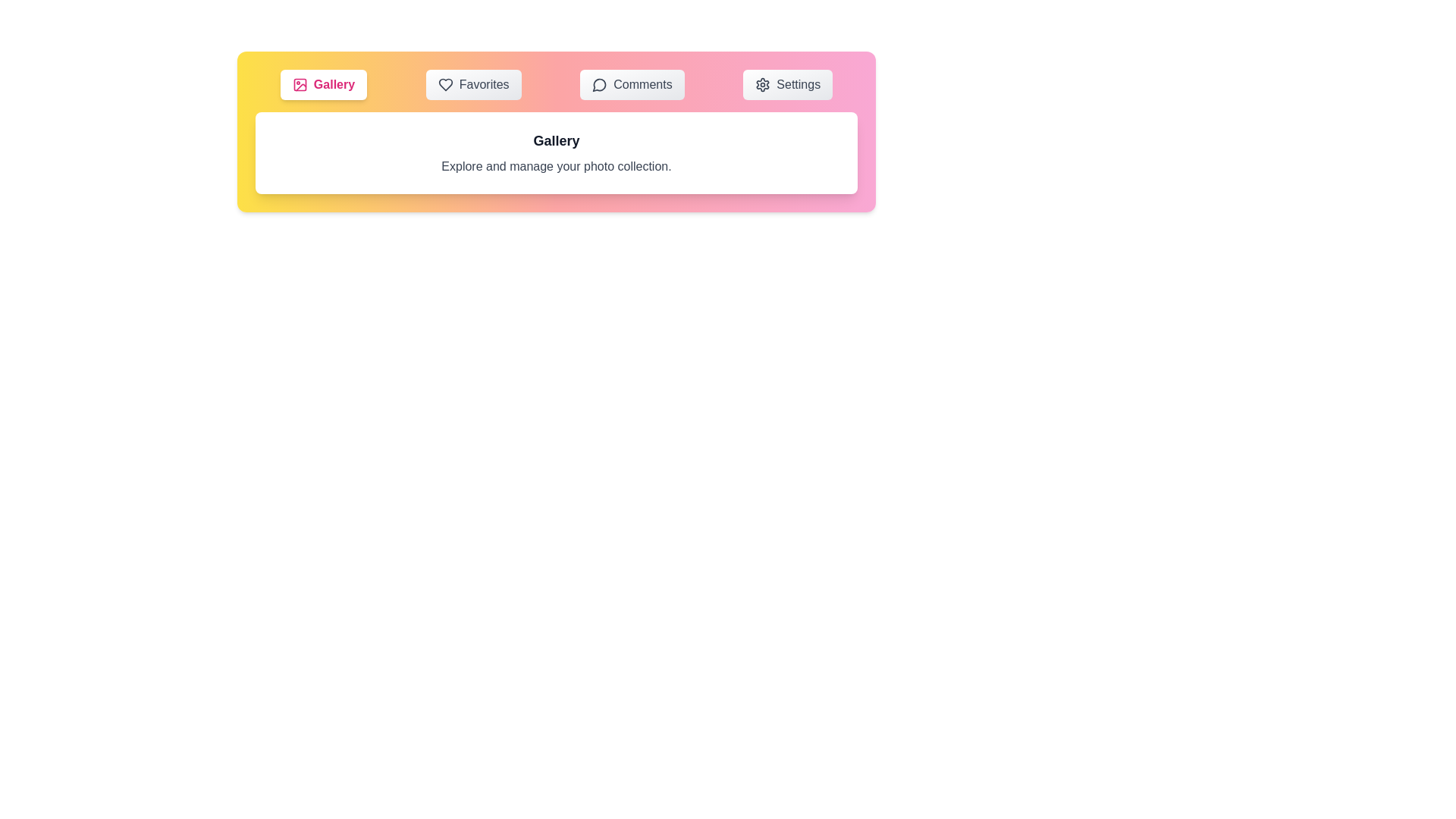 The height and width of the screenshot is (819, 1456). Describe the element at coordinates (323, 84) in the screenshot. I see `the Gallery tab` at that location.